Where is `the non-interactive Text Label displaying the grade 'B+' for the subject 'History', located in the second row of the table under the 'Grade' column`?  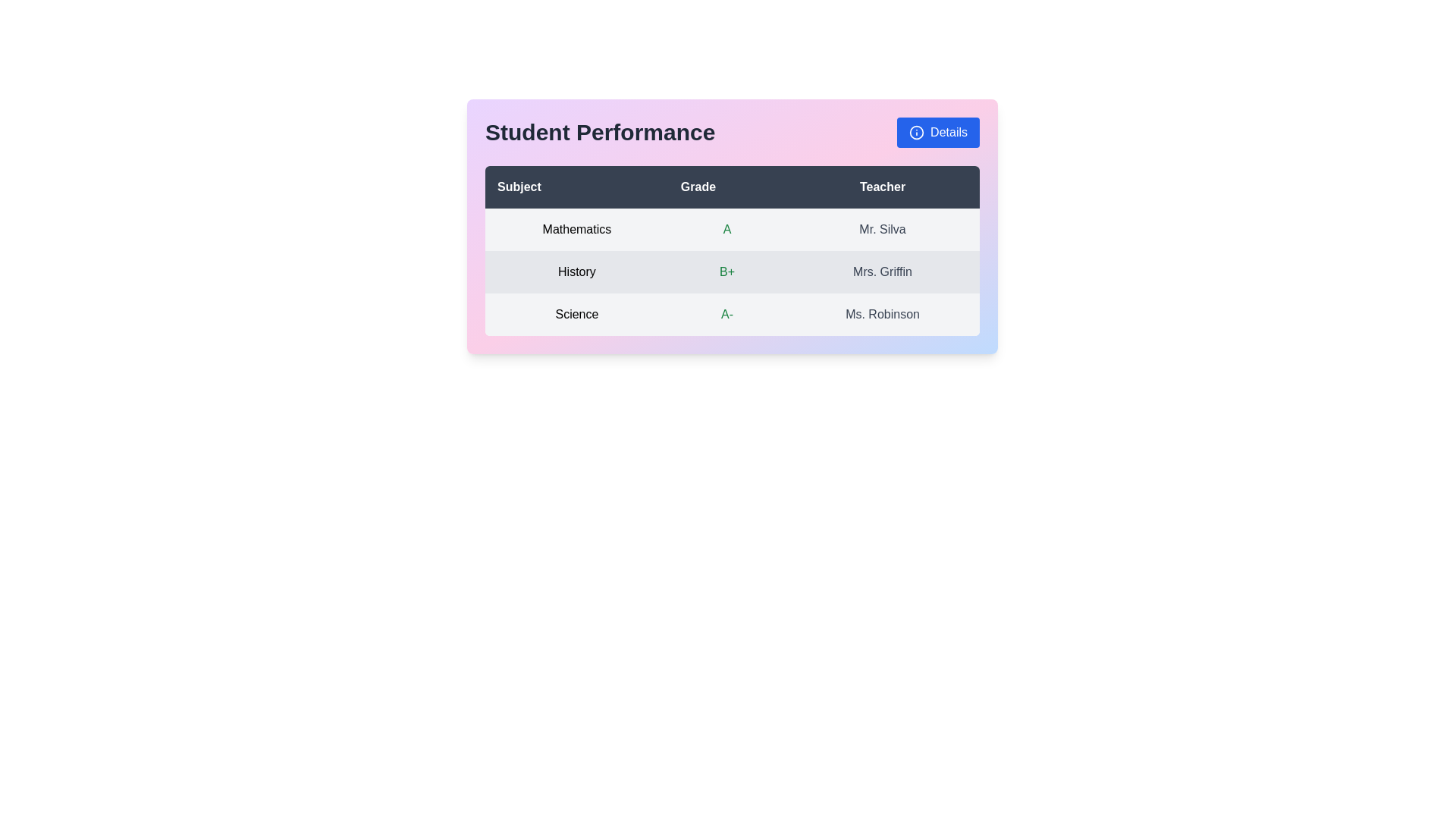
the non-interactive Text Label displaying the grade 'B+' for the subject 'History', located in the second row of the table under the 'Grade' column is located at coordinates (726, 271).